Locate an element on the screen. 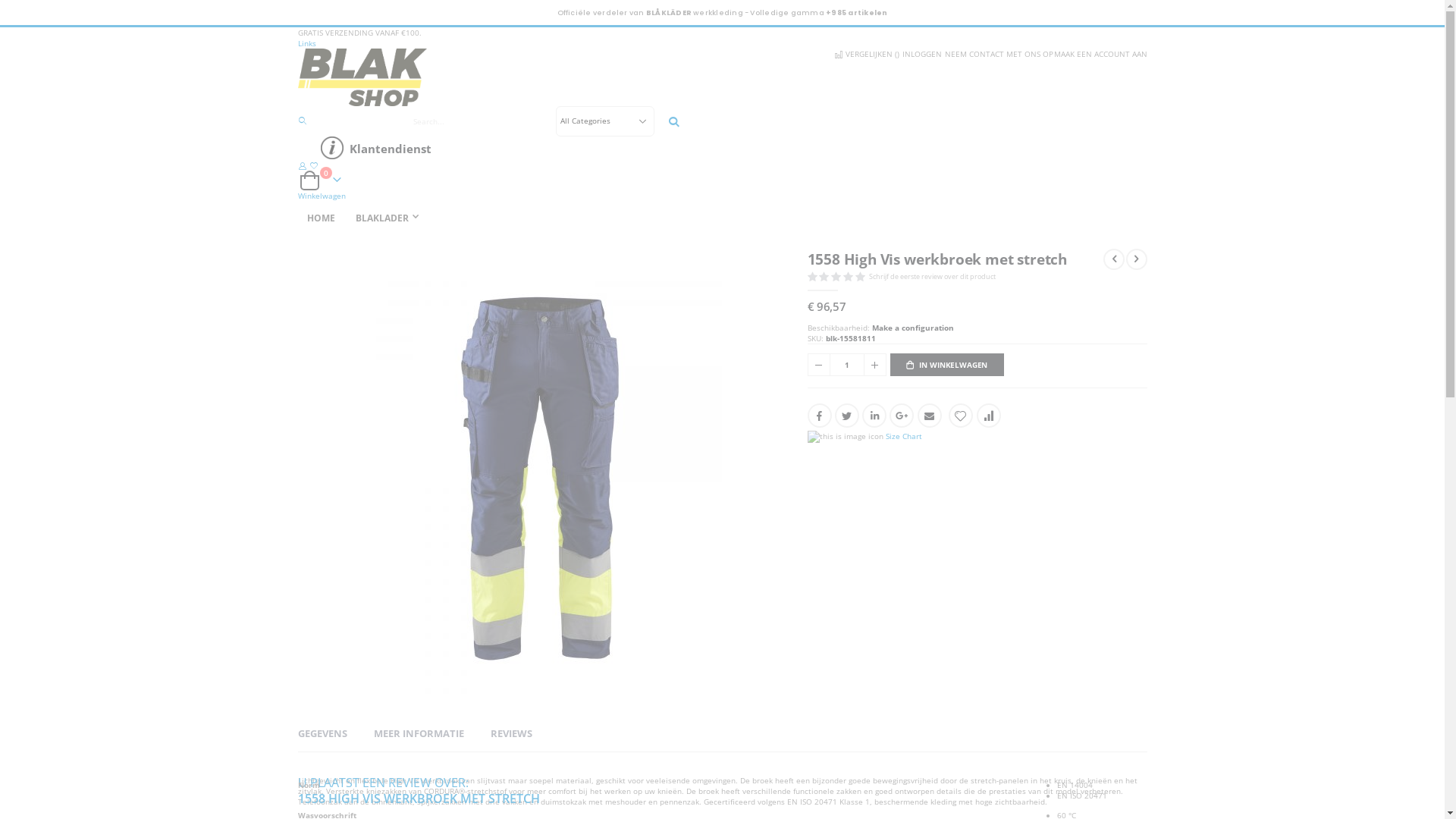  'NEEM CONTACT MET ONS OP' is located at coordinates (942, 52).